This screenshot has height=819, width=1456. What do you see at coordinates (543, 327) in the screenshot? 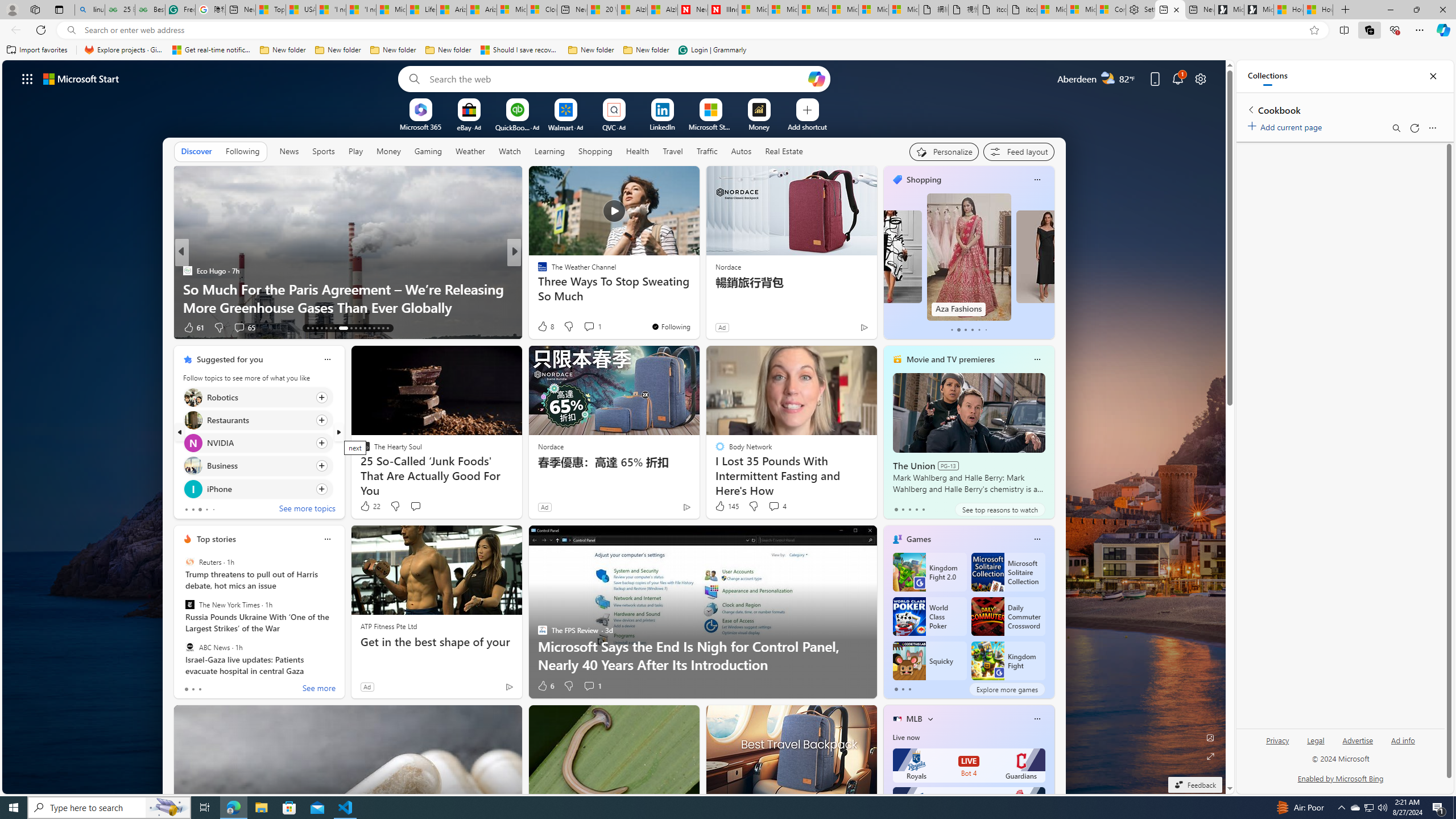
I see `'40 Like'` at bounding box center [543, 327].